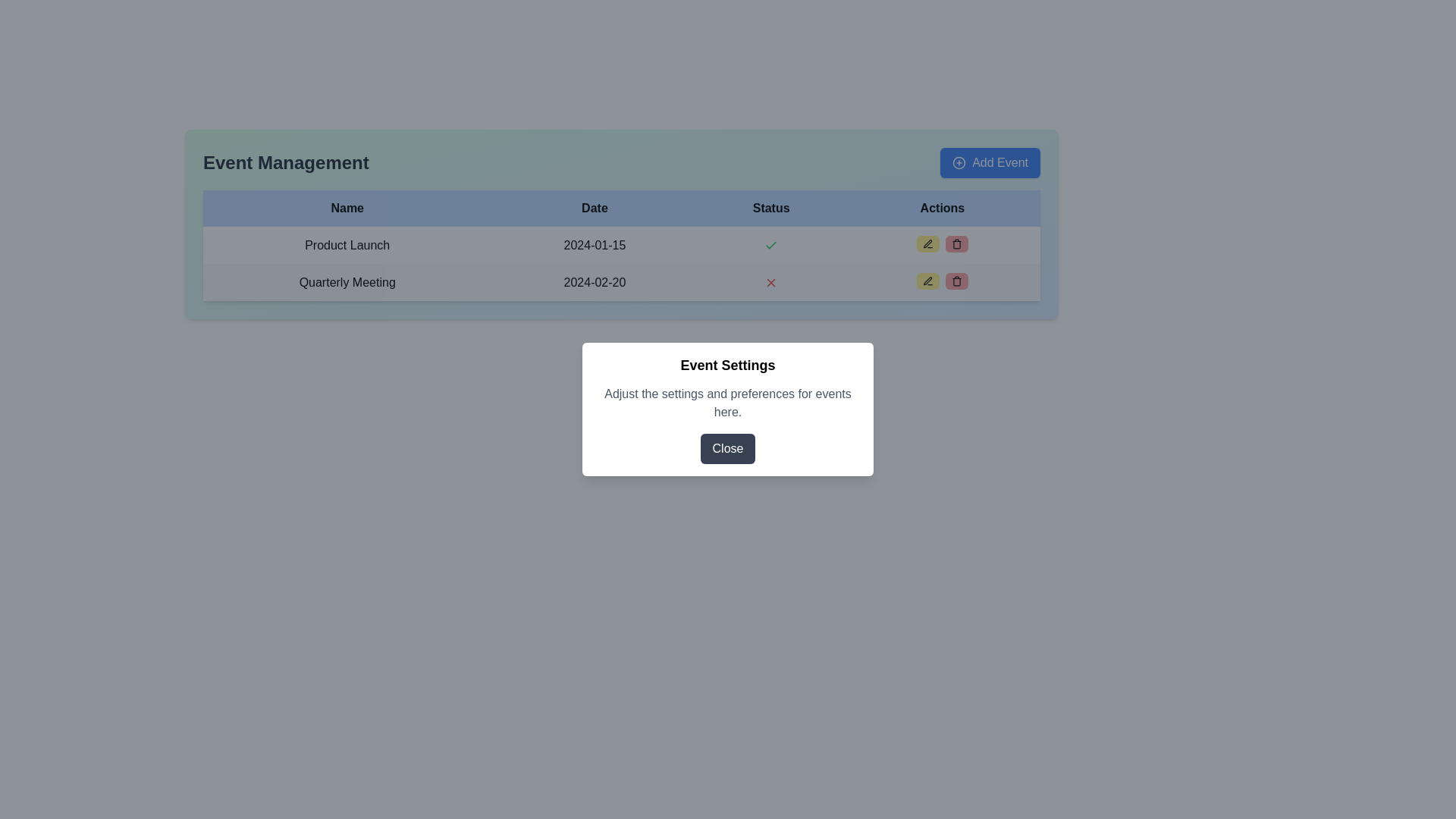 This screenshot has width=1456, height=819. Describe the element at coordinates (594, 244) in the screenshot. I see `the text display element showing the date '2024-01-15' in the second column of the first row of the table under the 'Date' header` at that location.